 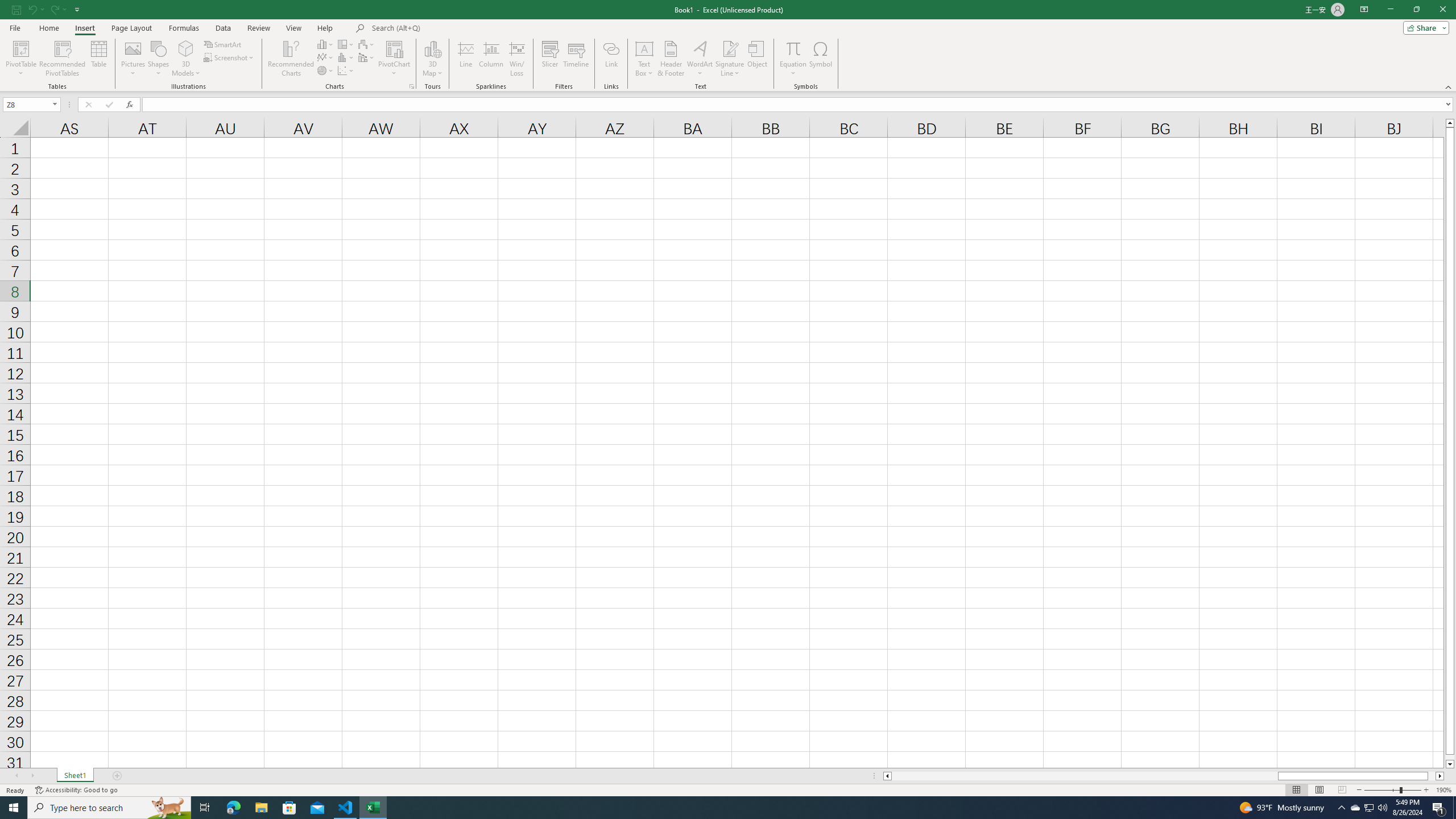 What do you see at coordinates (450, 28) in the screenshot?
I see `'Microsoft search'` at bounding box center [450, 28].